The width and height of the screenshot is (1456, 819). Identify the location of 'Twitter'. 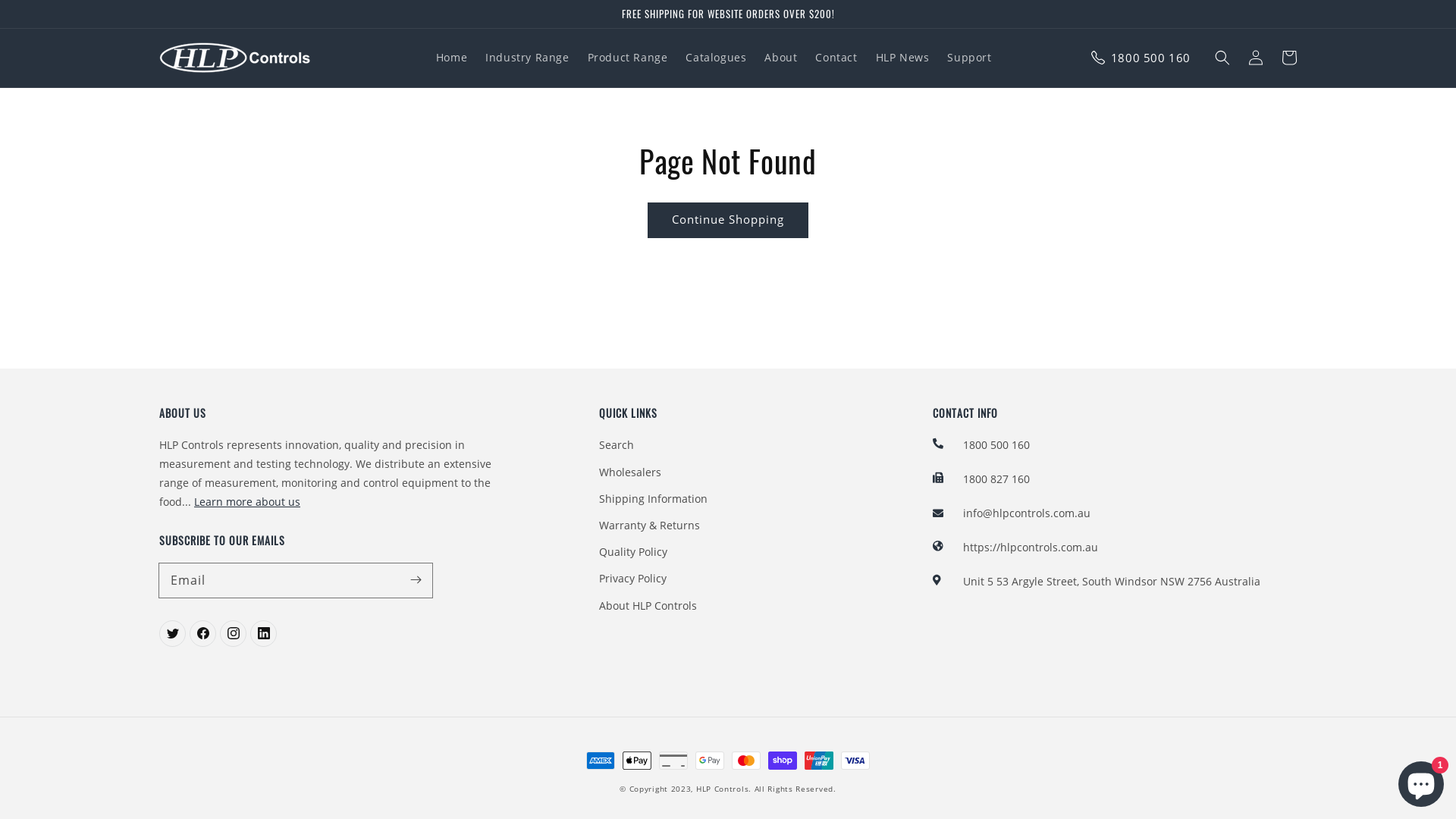
(202, 633).